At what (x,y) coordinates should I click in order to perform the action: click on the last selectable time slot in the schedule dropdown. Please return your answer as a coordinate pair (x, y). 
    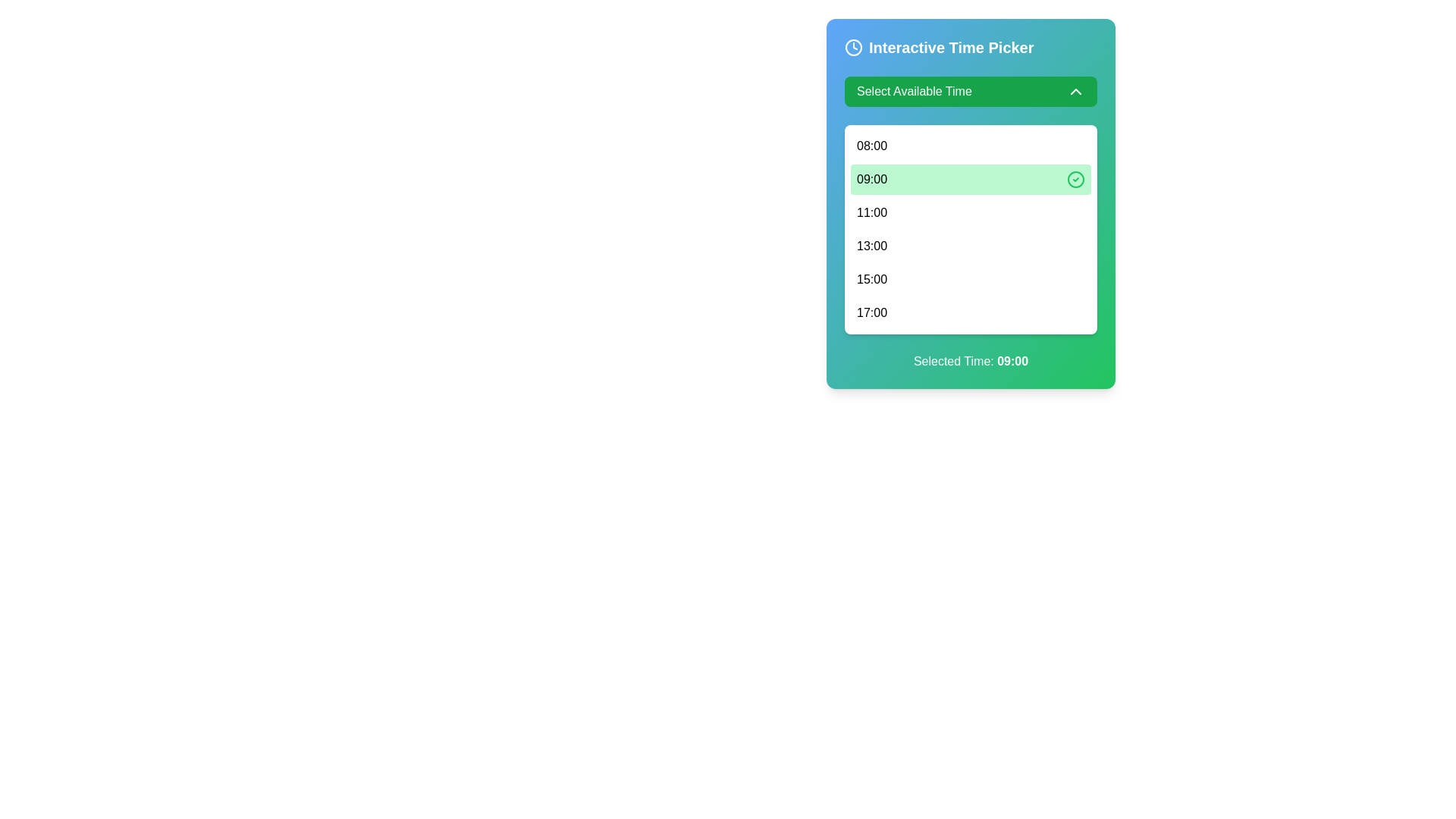
    Looking at the image, I should click on (971, 312).